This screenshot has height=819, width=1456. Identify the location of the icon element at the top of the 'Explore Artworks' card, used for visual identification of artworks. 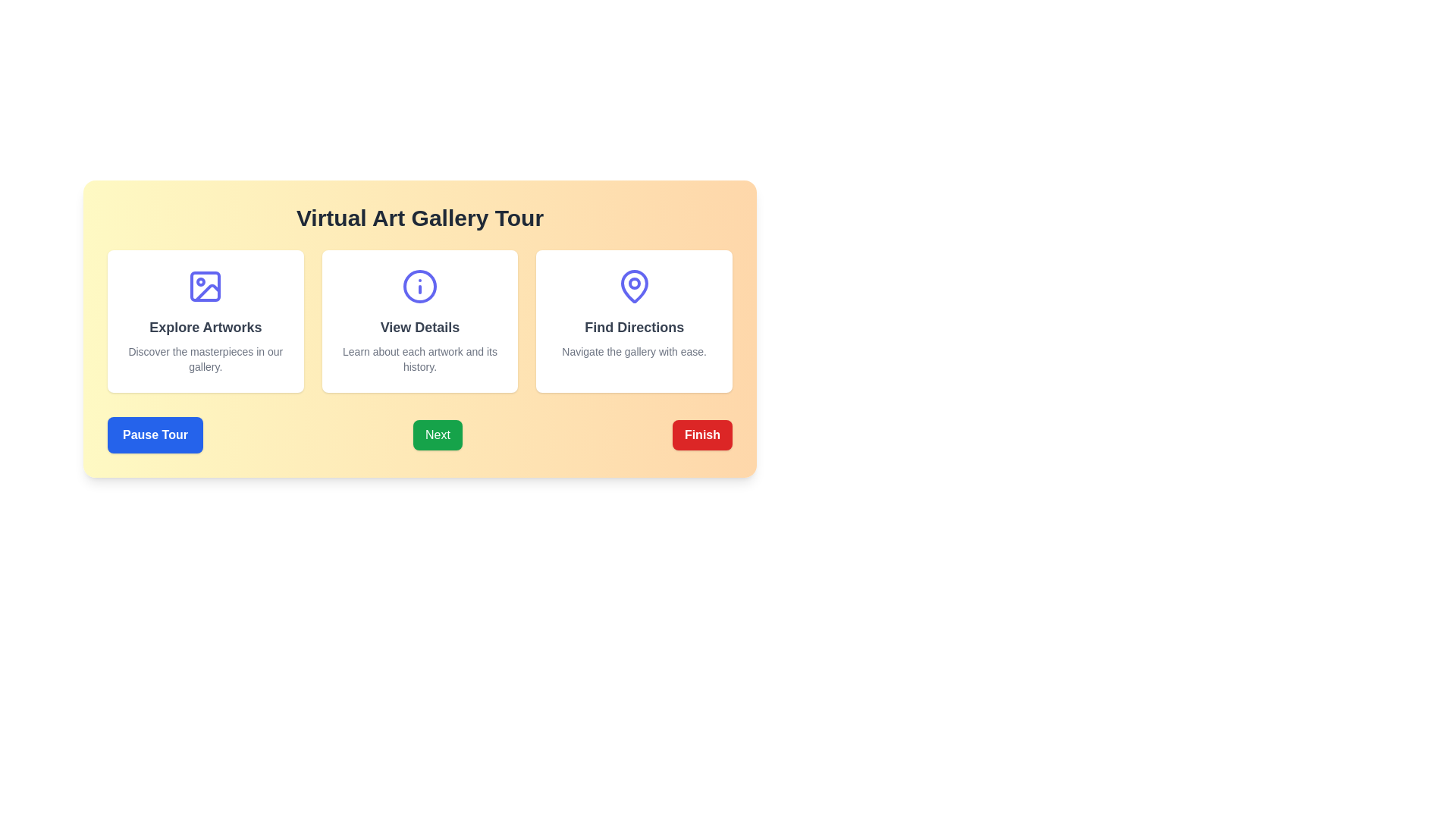
(207, 293).